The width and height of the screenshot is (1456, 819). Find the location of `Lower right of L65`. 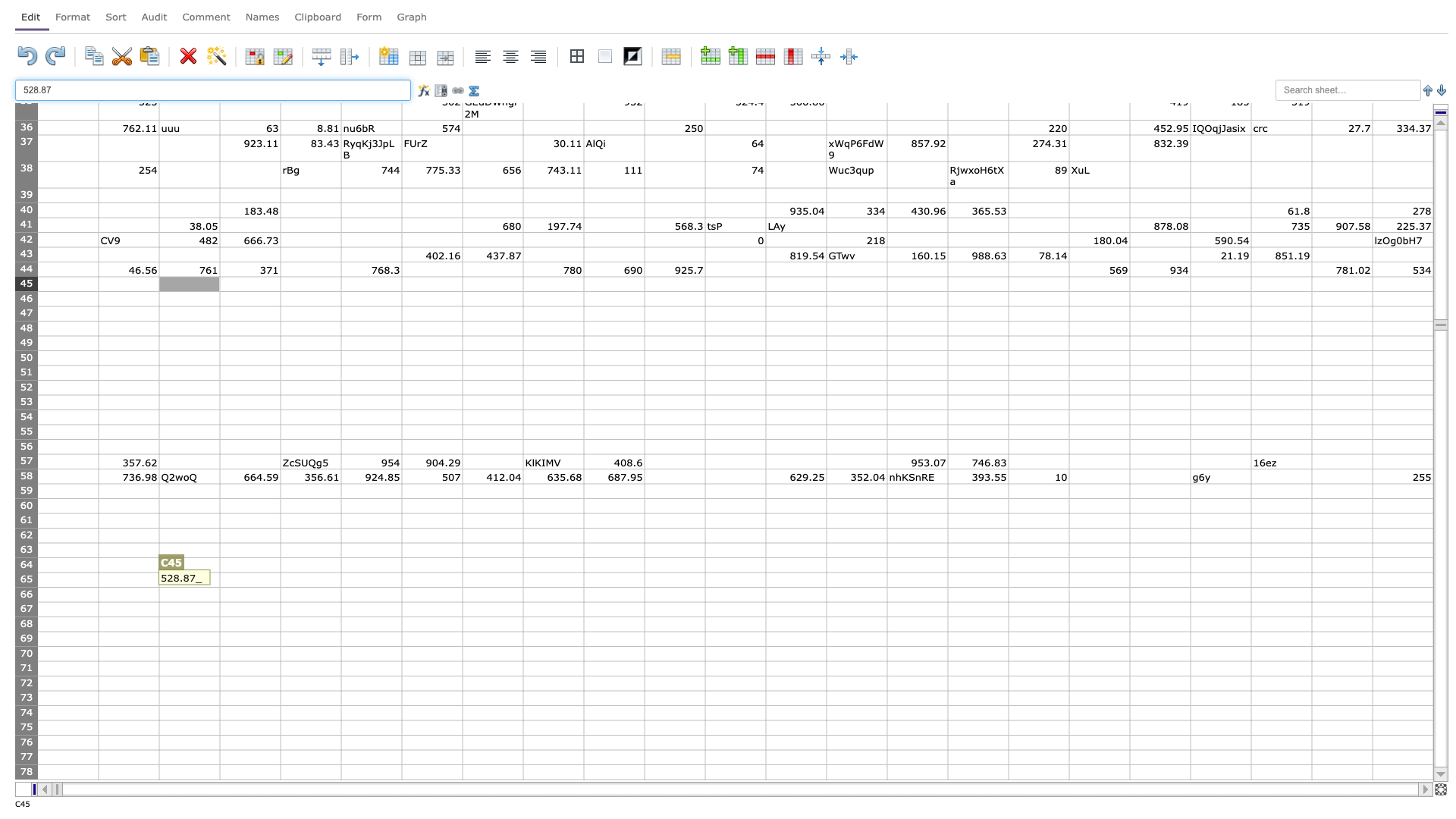

Lower right of L65 is located at coordinates (765, 586).